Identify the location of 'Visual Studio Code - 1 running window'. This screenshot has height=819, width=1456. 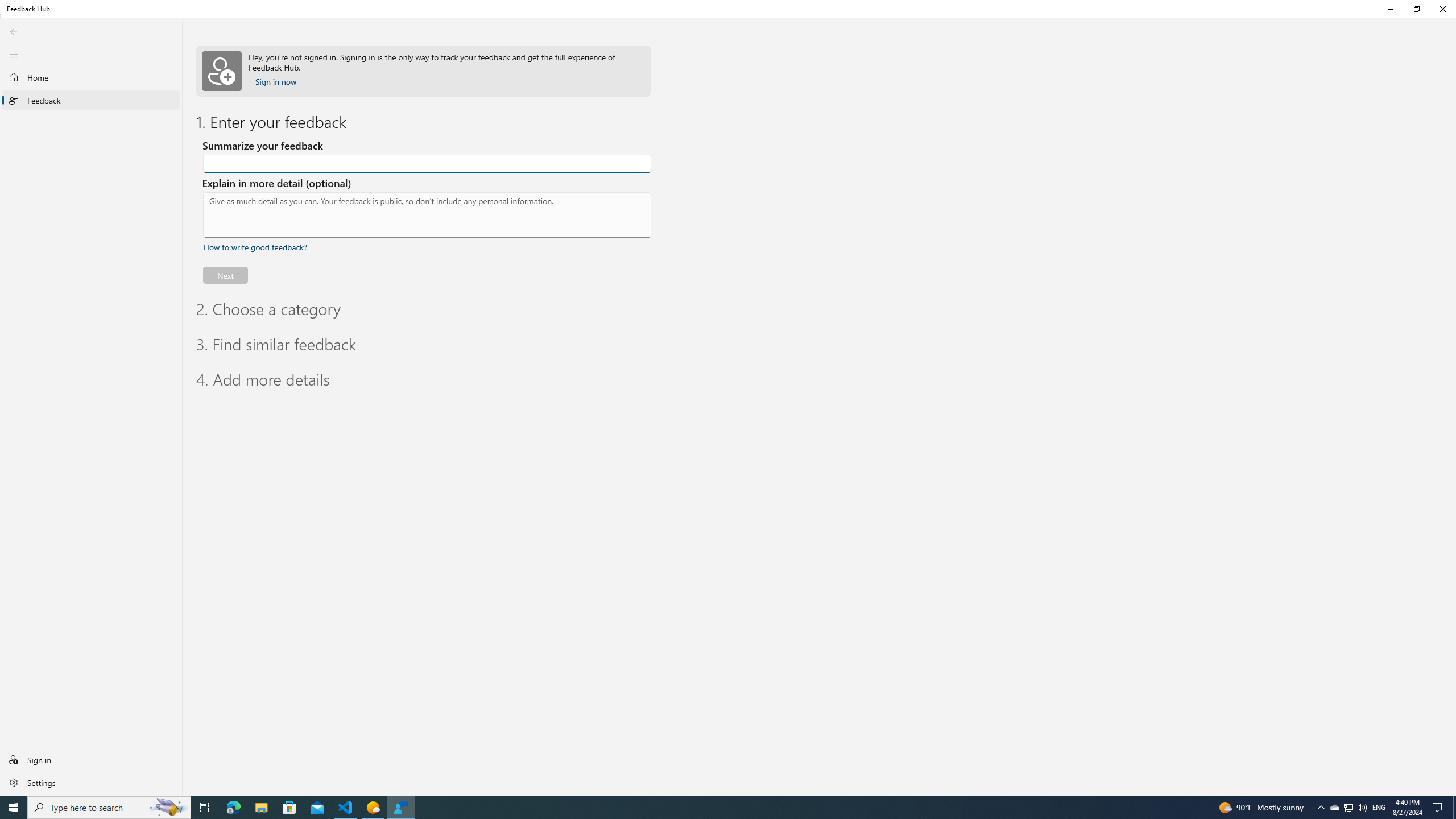
(345, 806).